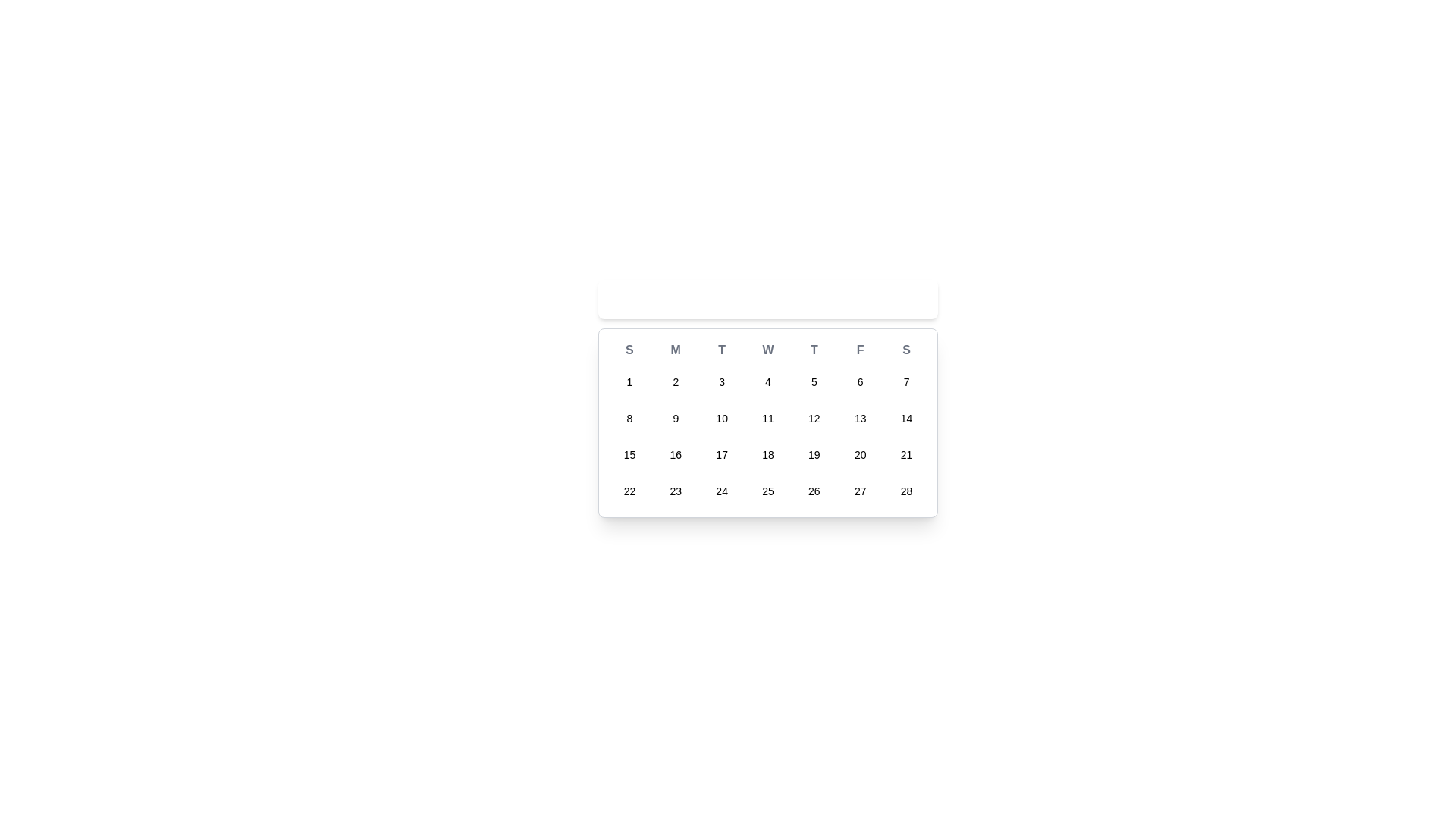 This screenshot has width=1456, height=819. I want to click on the small rectangular button labeled '2' in the calendar grid, so click(675, 381).